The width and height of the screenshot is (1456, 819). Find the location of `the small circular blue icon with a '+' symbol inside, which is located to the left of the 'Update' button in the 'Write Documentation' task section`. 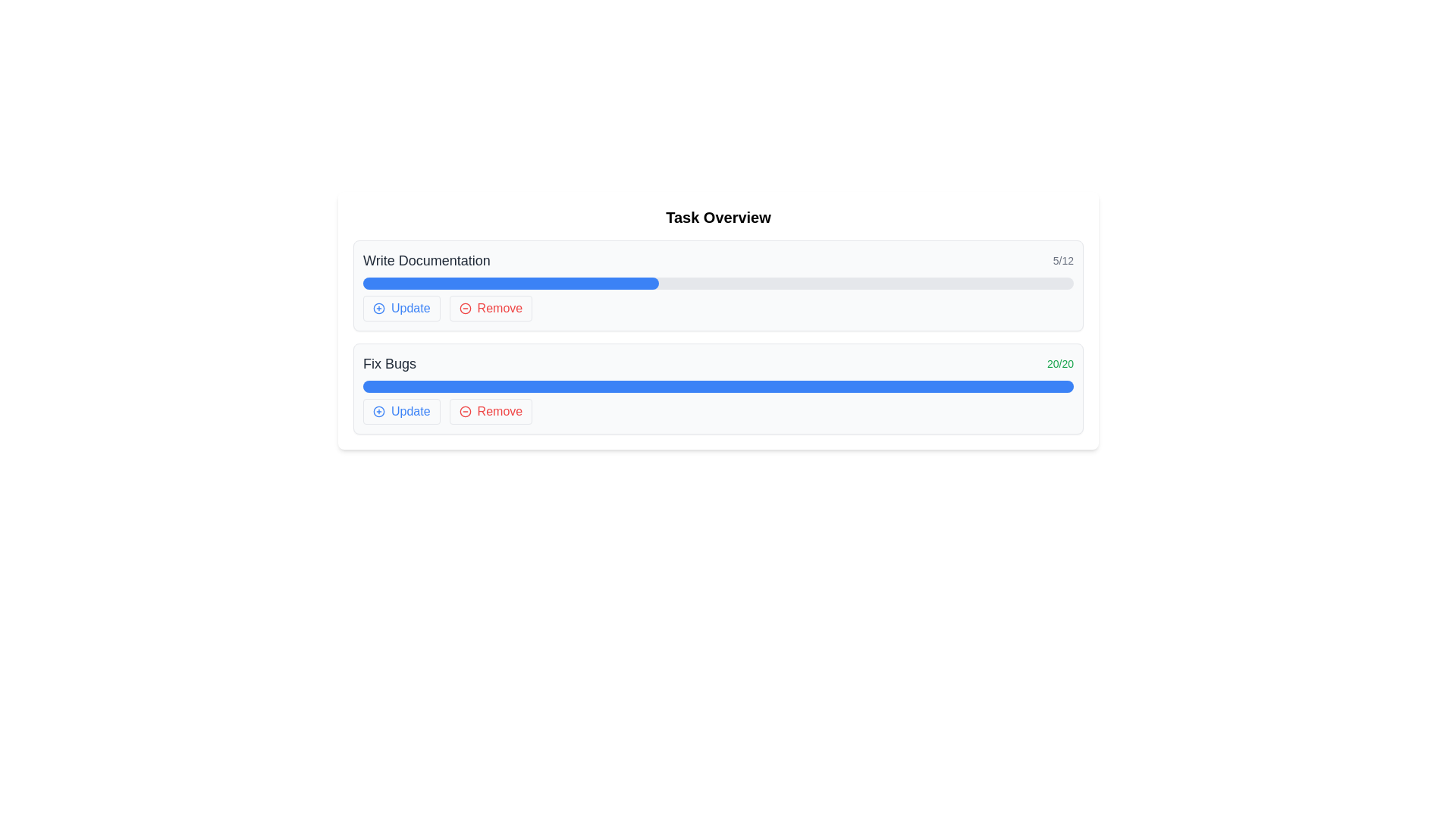

the small circular blue icon with a '+' symbol inside, which is located to the left of the 'Update' button in the 'Write Documentation' task section is located at coordinates (378, 308).